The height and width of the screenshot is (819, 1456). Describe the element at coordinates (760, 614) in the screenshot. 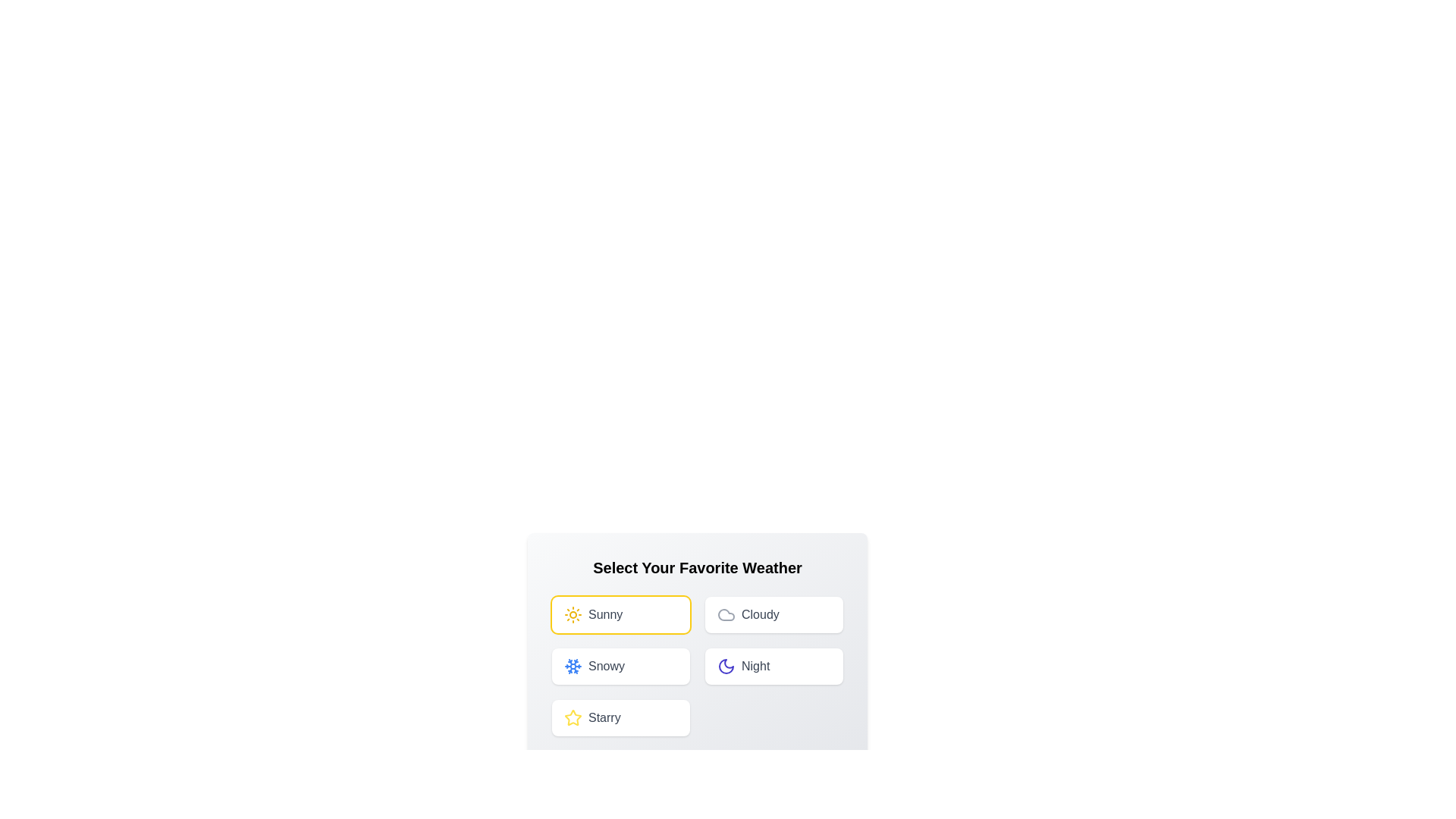

I see `'Cloudy' label text displayed in the weather preference selection interface, which is located in the second column of the top row, right next to the cloud icon` at that location.